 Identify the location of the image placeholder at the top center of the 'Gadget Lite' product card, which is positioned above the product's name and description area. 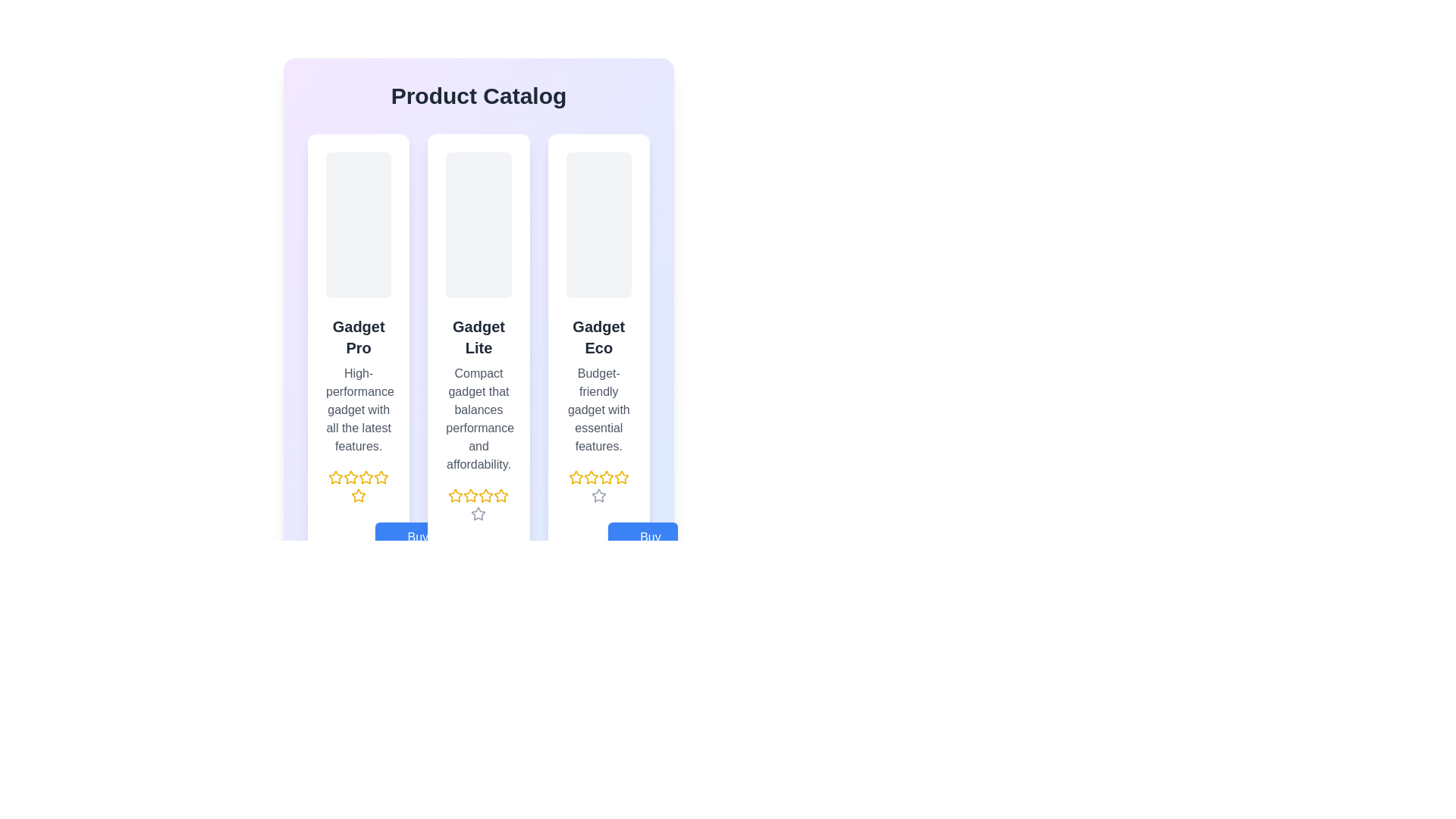
(478, 225).